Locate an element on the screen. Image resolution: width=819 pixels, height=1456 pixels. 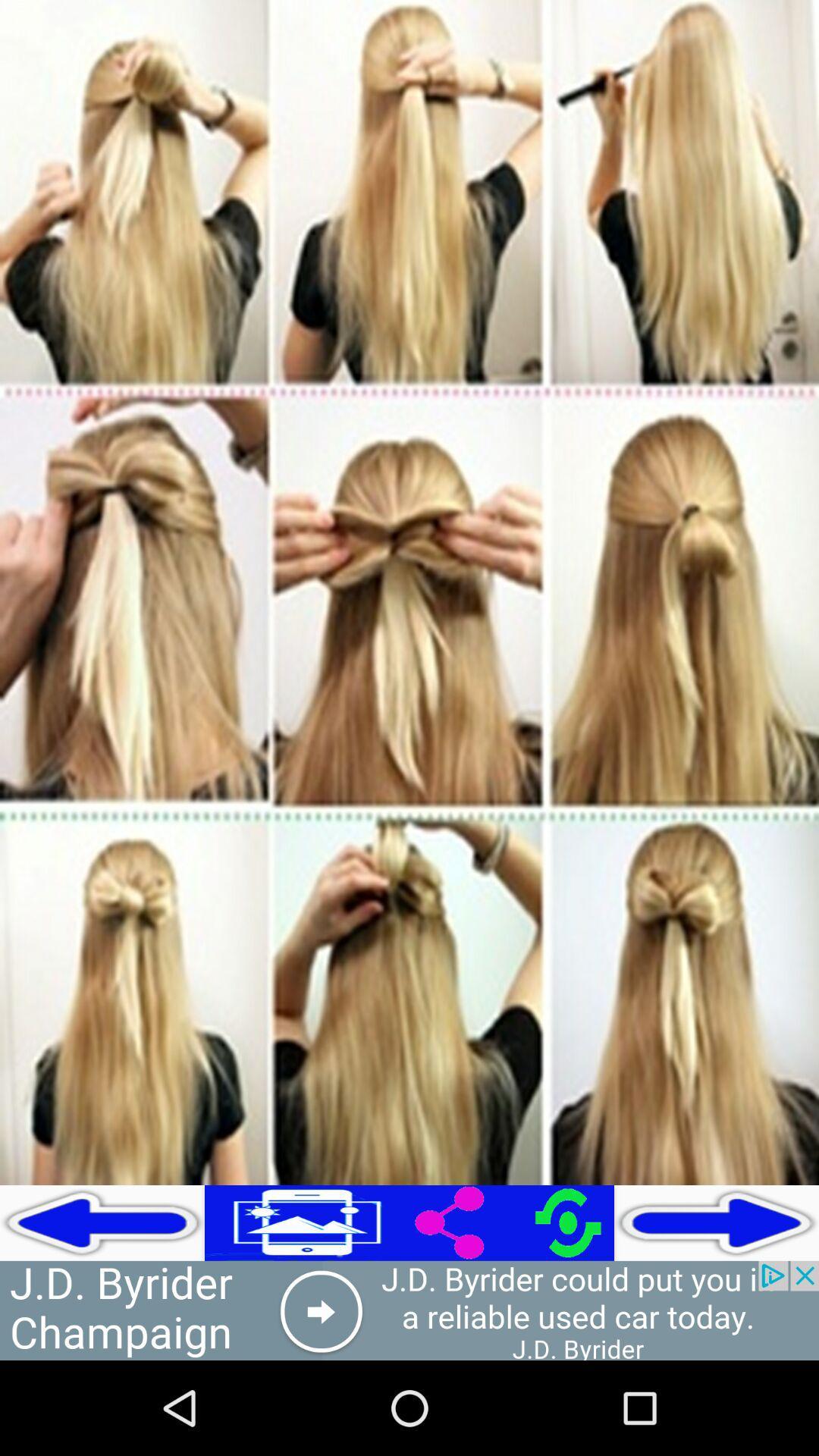
click advertisement is located at coordinates (409, 1310).